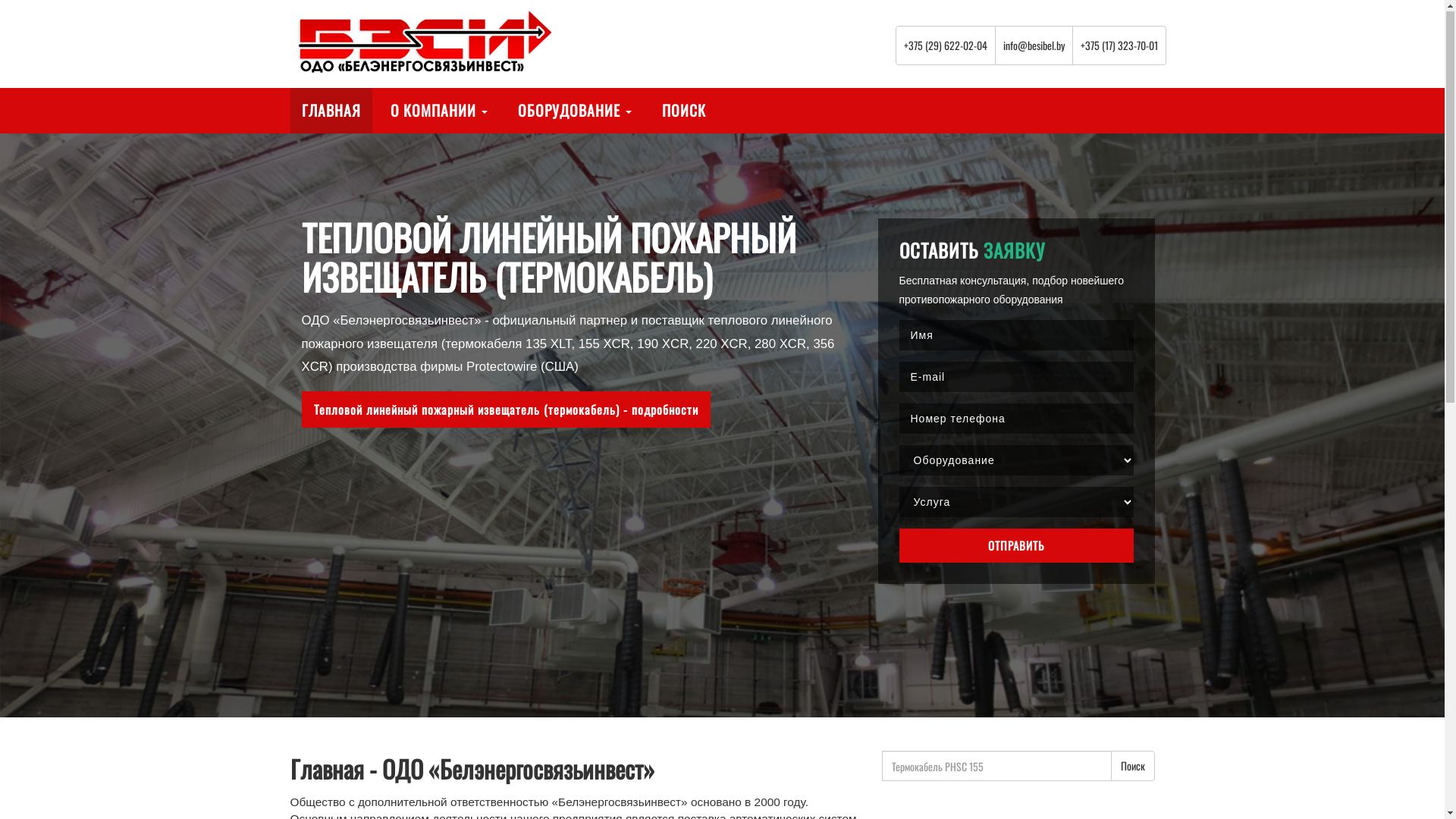 Image resolution: width=1456 pixels, height=819 pixels. I want to click on '+375 (29) 622-02-04', so click(944, 45).